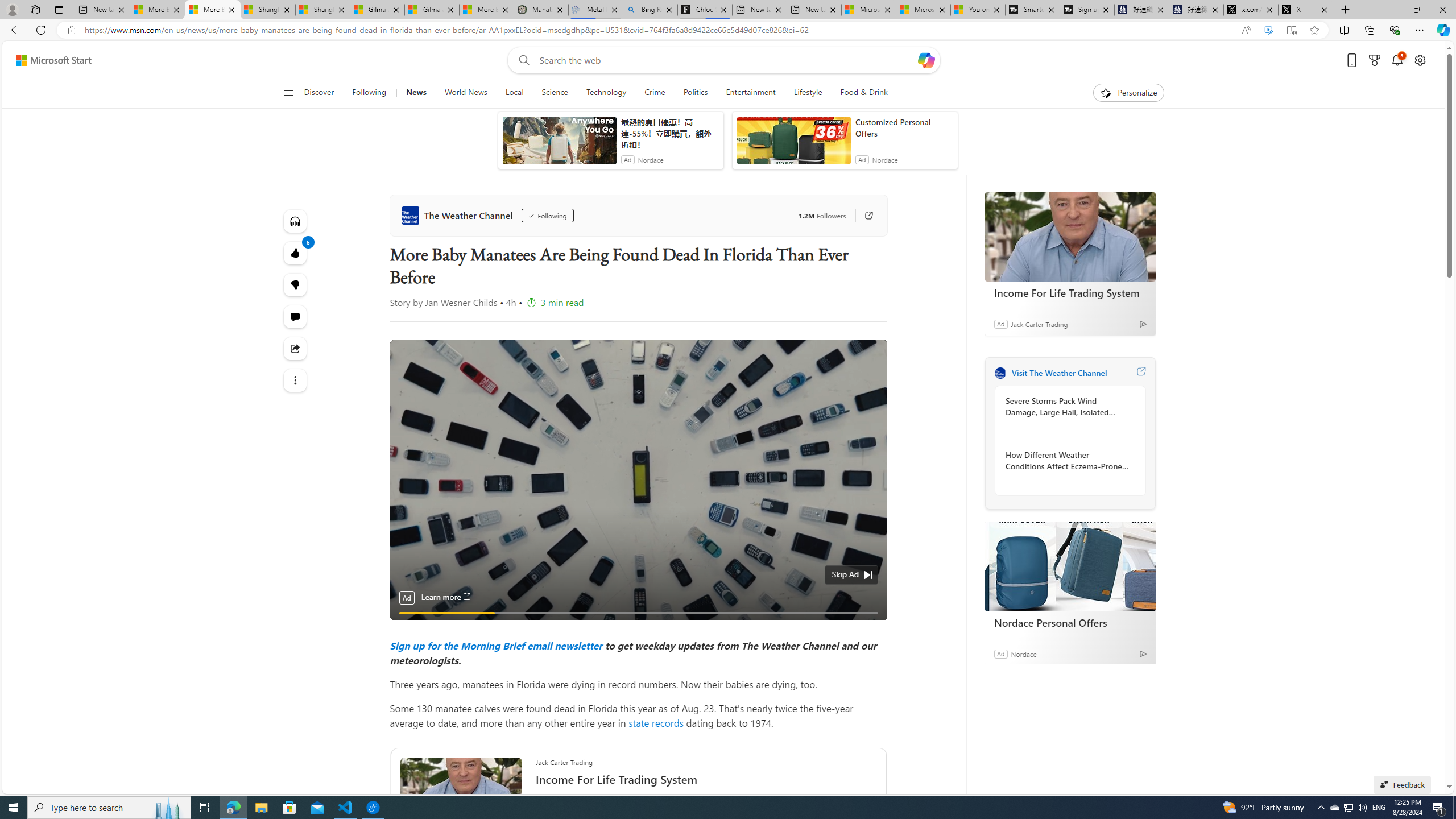  What do you see at coordinates (295, 220) in the screenshot?
I see `'Listen to this article'` at bounding box center [295, 220].